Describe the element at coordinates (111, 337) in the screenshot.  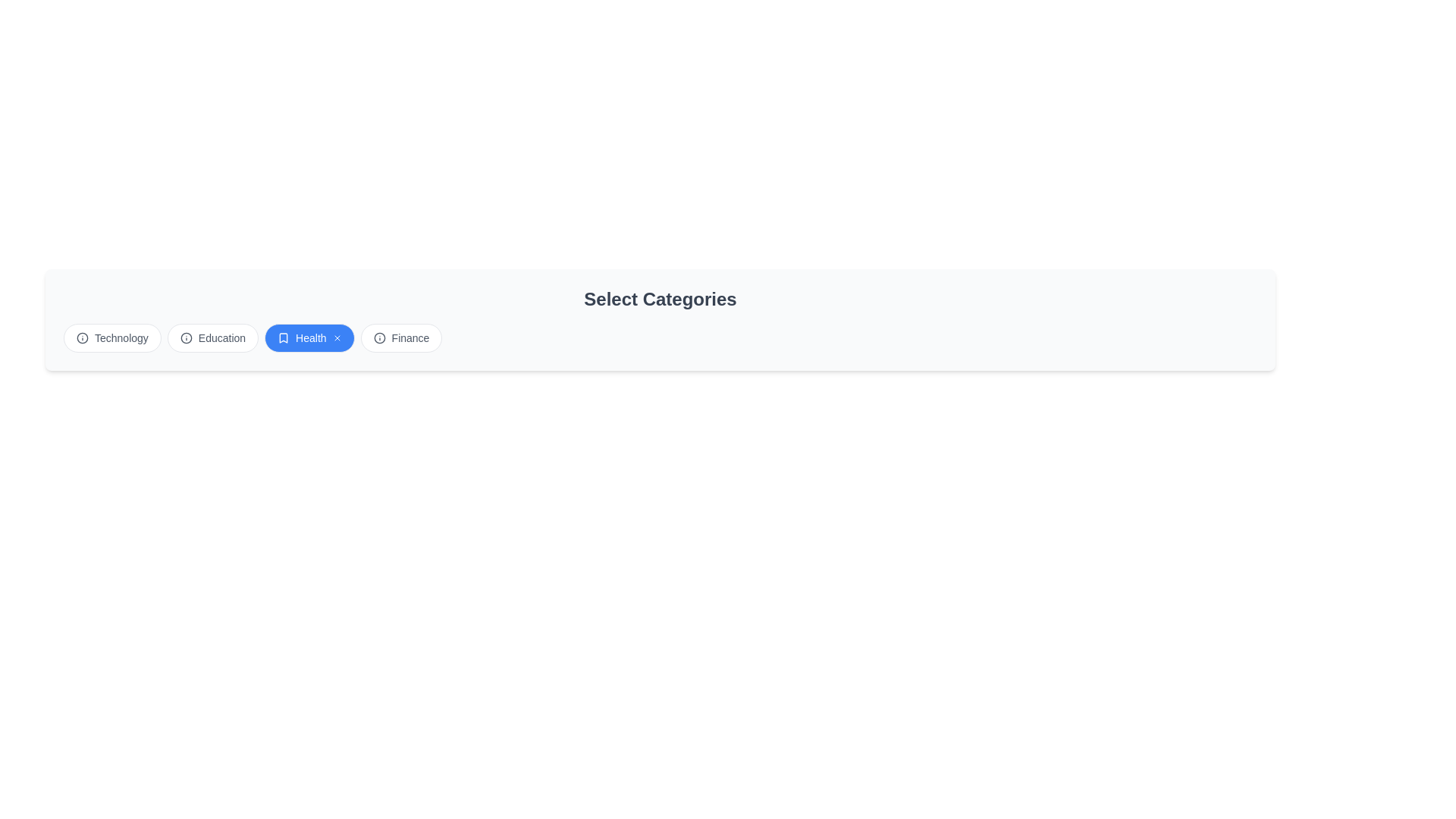
I see `the category Technology by clicking on its chip` at that location.